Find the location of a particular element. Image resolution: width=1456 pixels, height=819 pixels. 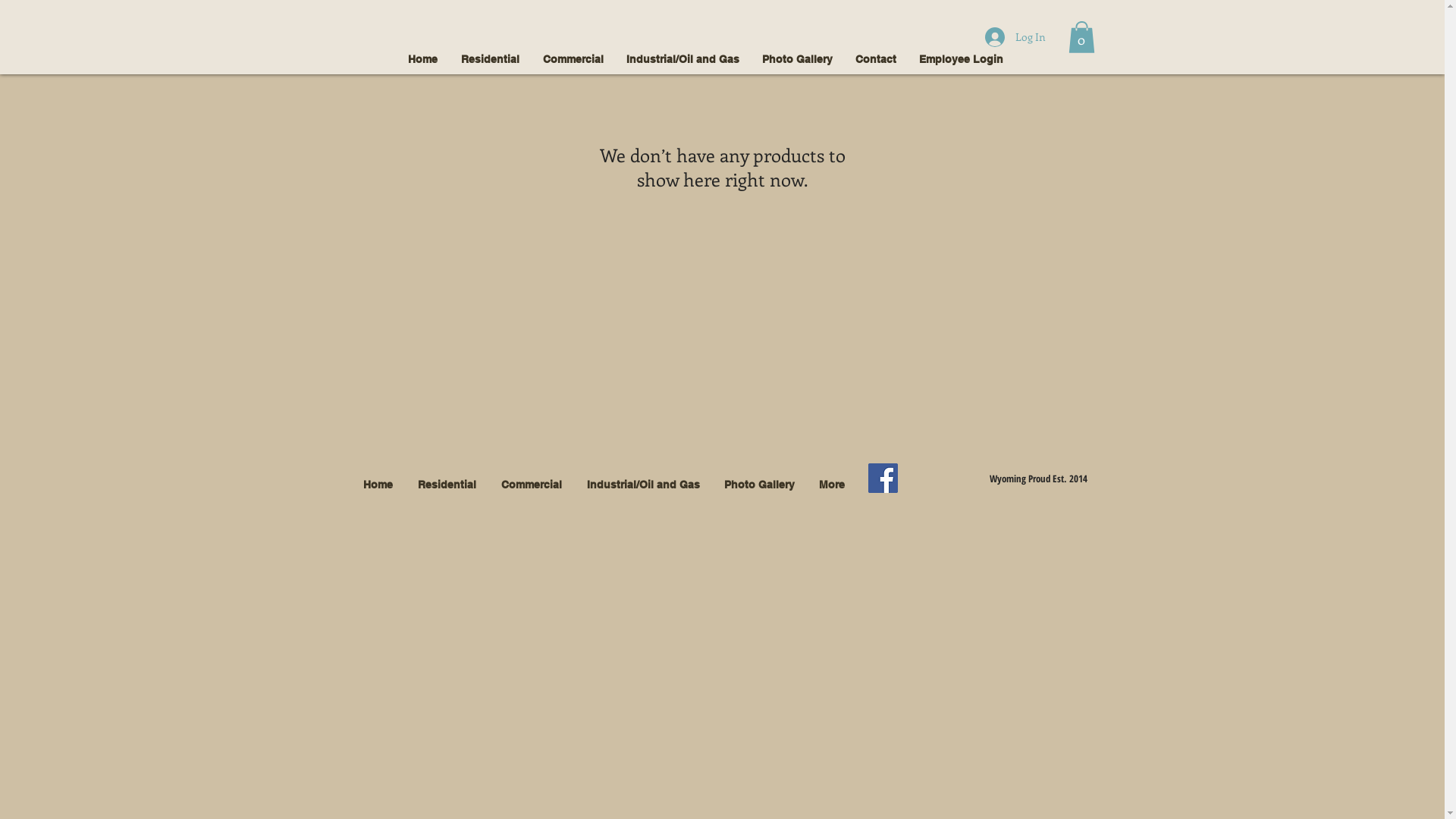

'Employee Login' is located at coordinates (959, 58).